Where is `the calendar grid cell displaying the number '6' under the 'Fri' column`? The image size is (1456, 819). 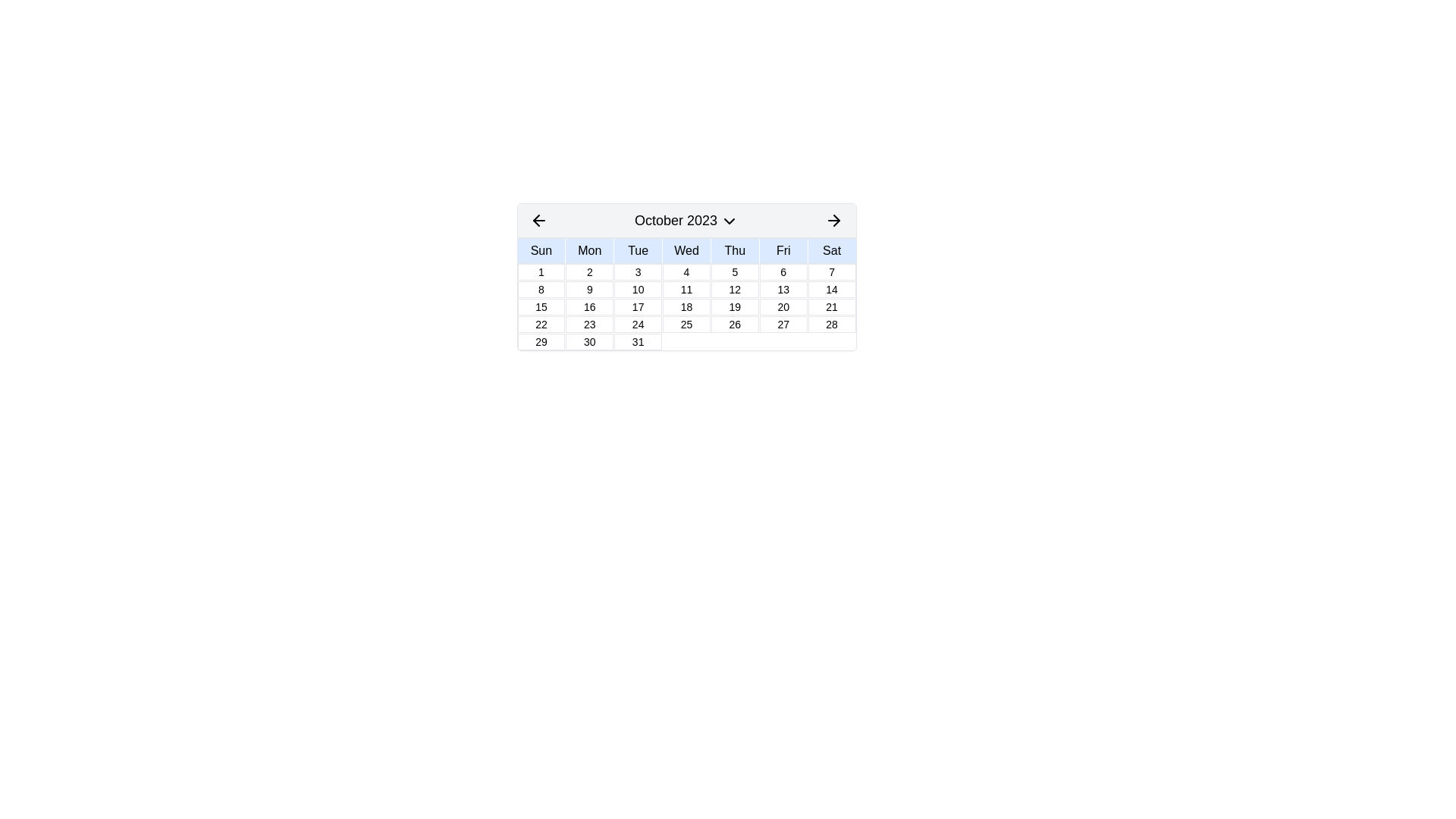
the calendar grid cell displaying the number '6' under the 'Fri' column is located at coordinates (783, 271).